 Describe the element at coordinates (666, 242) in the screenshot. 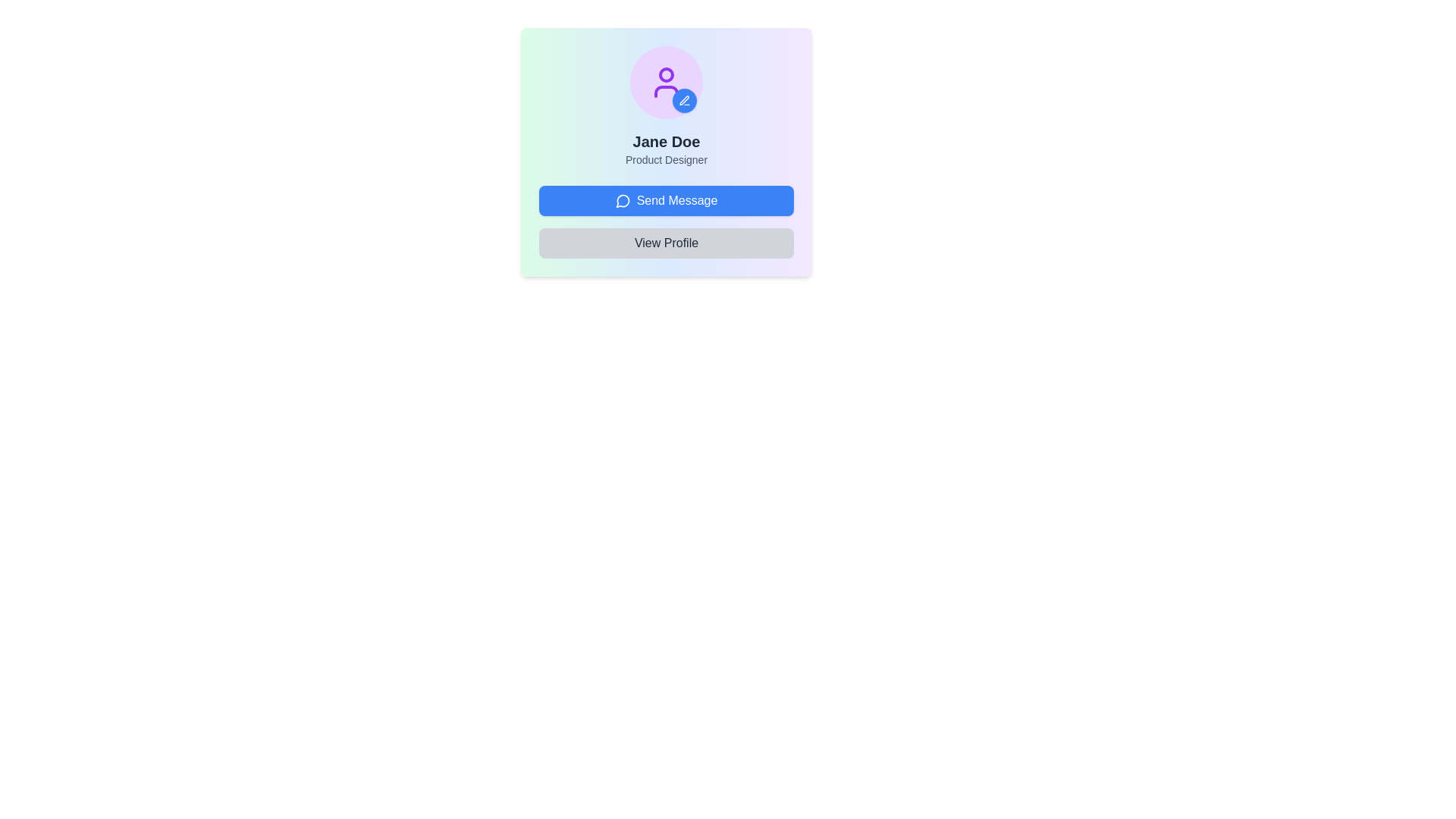

I see `the button located below the 'Send Message' button` at that location.